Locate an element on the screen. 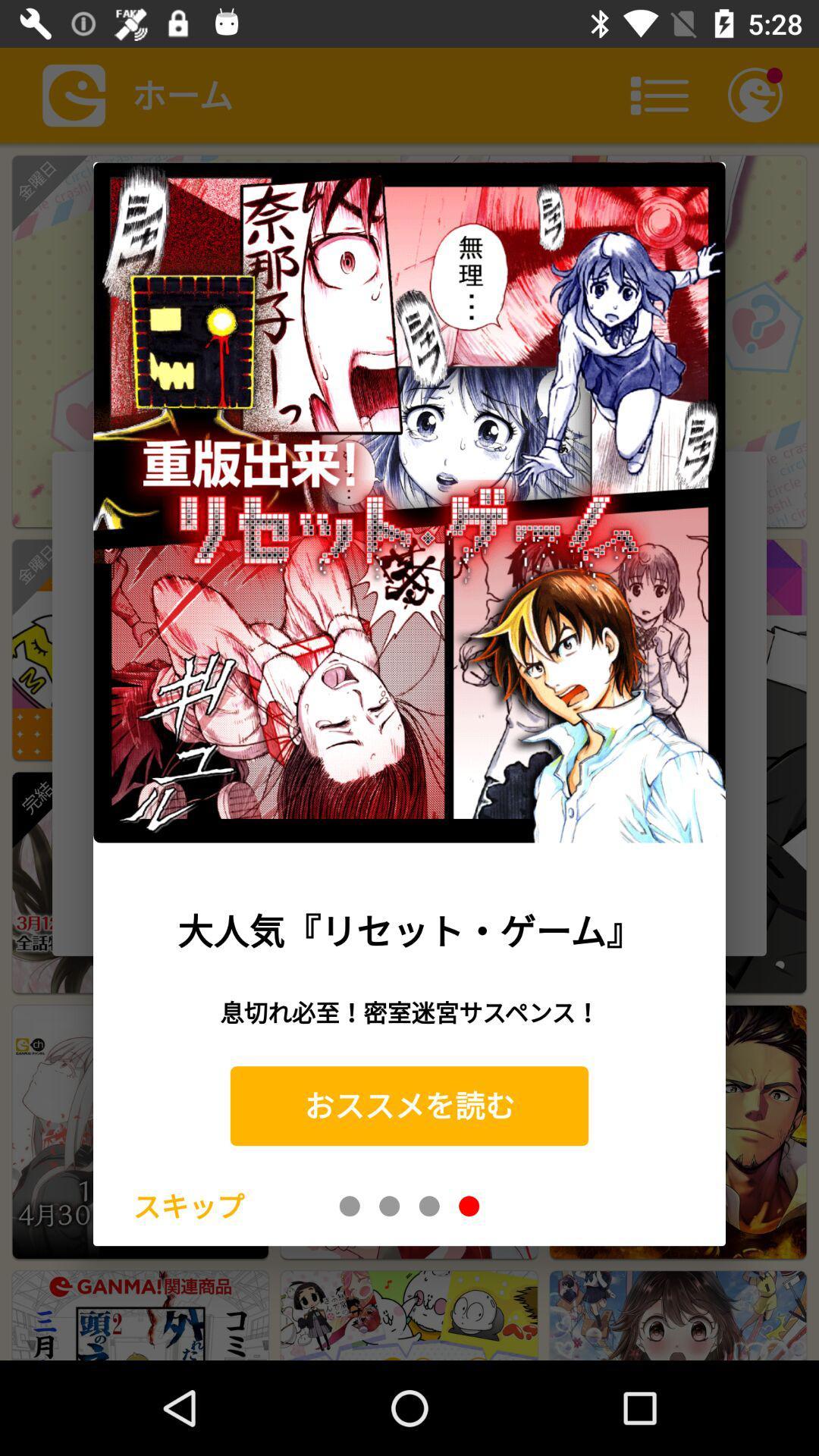  page two is located at coordinates (388, 1205).